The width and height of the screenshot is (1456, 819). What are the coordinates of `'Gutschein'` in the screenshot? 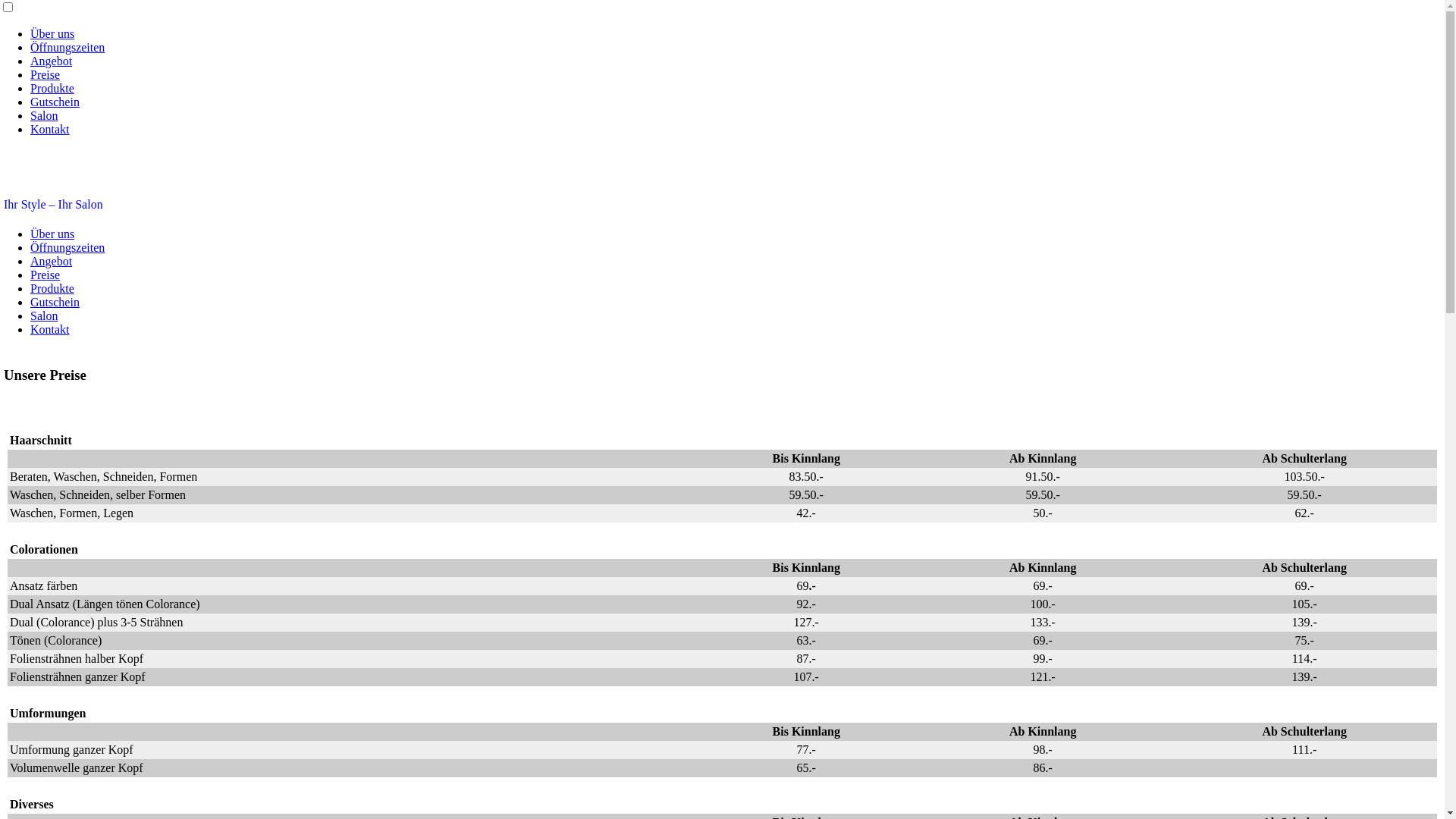 It's located at (55, 302).